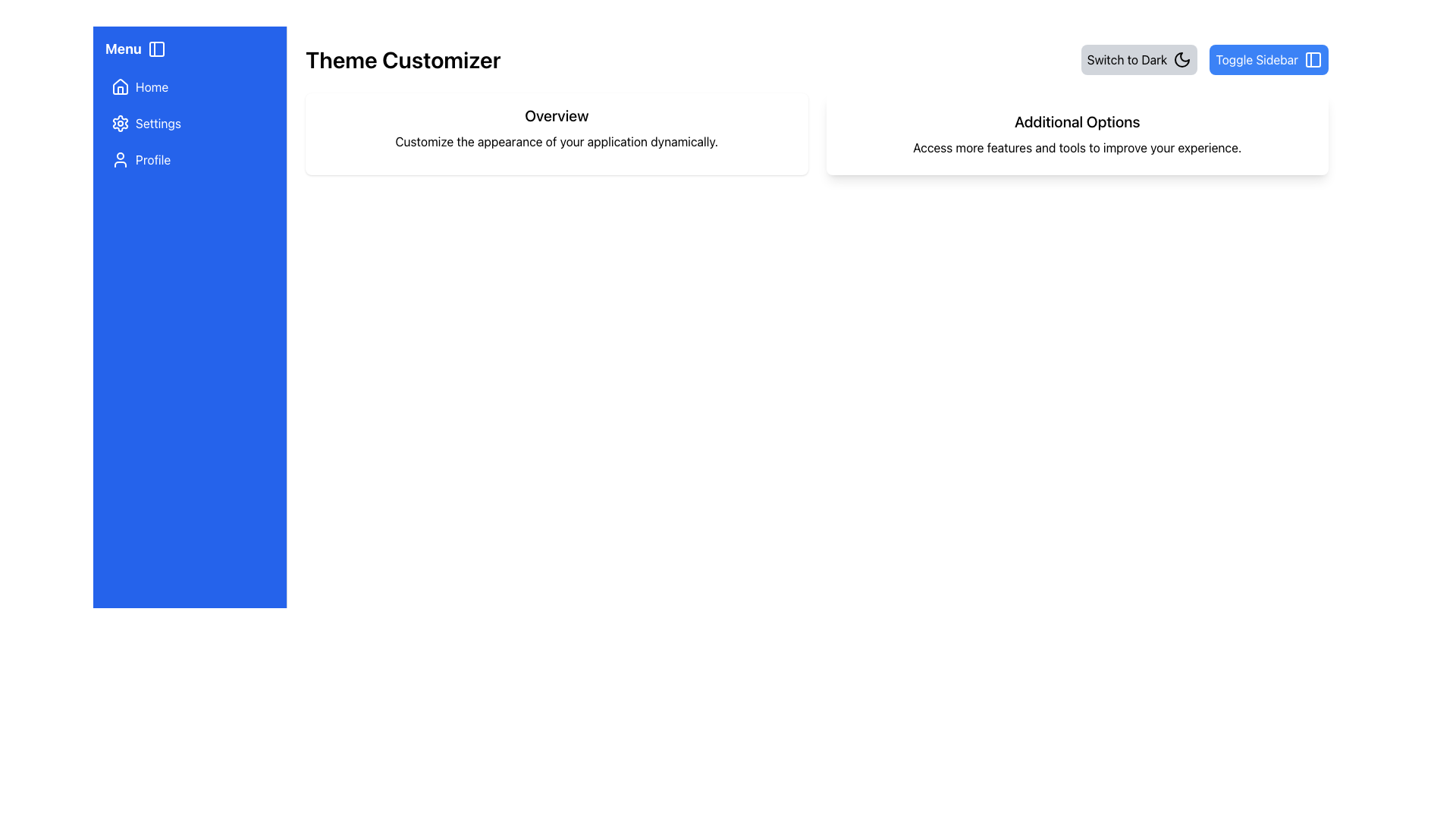  What do you see at coordinates (119, 87) in the screenshot?
I see `the 'Home' navigation icon in the left vertical navigation bar` at bounding box center [119, 87].